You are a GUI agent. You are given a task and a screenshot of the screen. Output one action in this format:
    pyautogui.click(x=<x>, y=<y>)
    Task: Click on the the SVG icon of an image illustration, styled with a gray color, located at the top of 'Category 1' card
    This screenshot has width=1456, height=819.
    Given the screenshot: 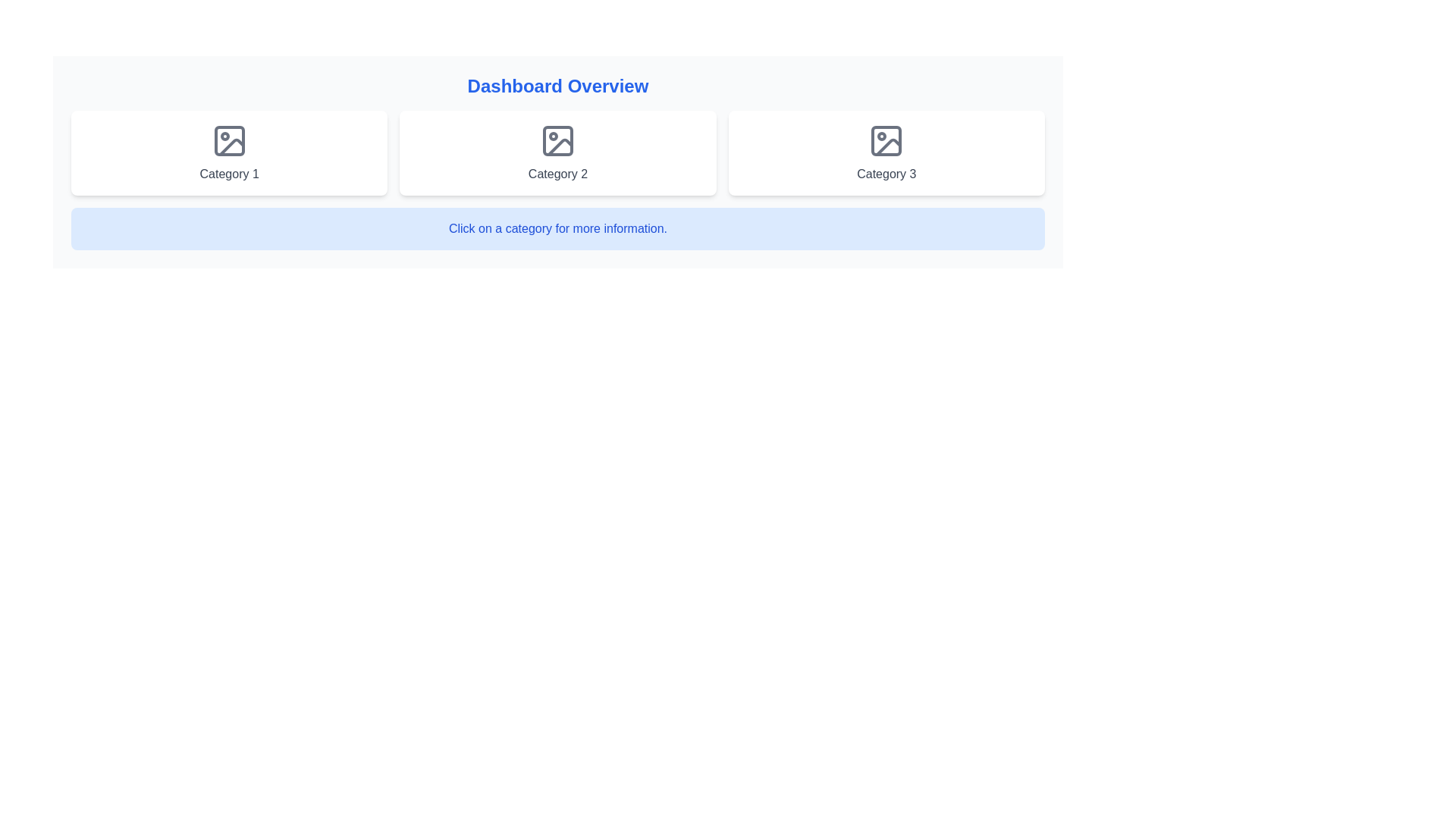 What is the action you would take?
    pyautogui.click(x=228, y=140)
    